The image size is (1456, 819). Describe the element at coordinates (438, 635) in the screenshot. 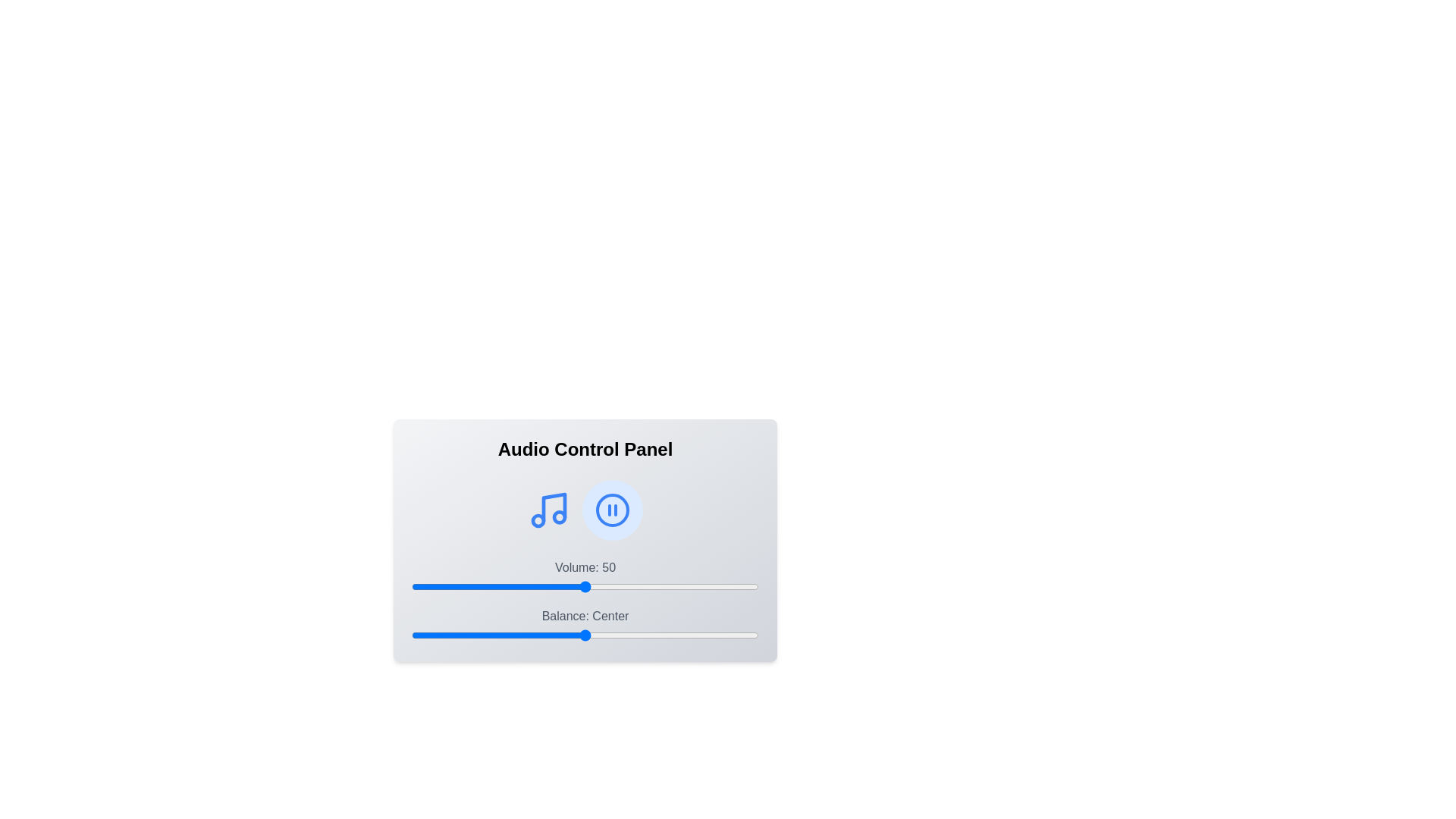

I see `the balance` at that location.